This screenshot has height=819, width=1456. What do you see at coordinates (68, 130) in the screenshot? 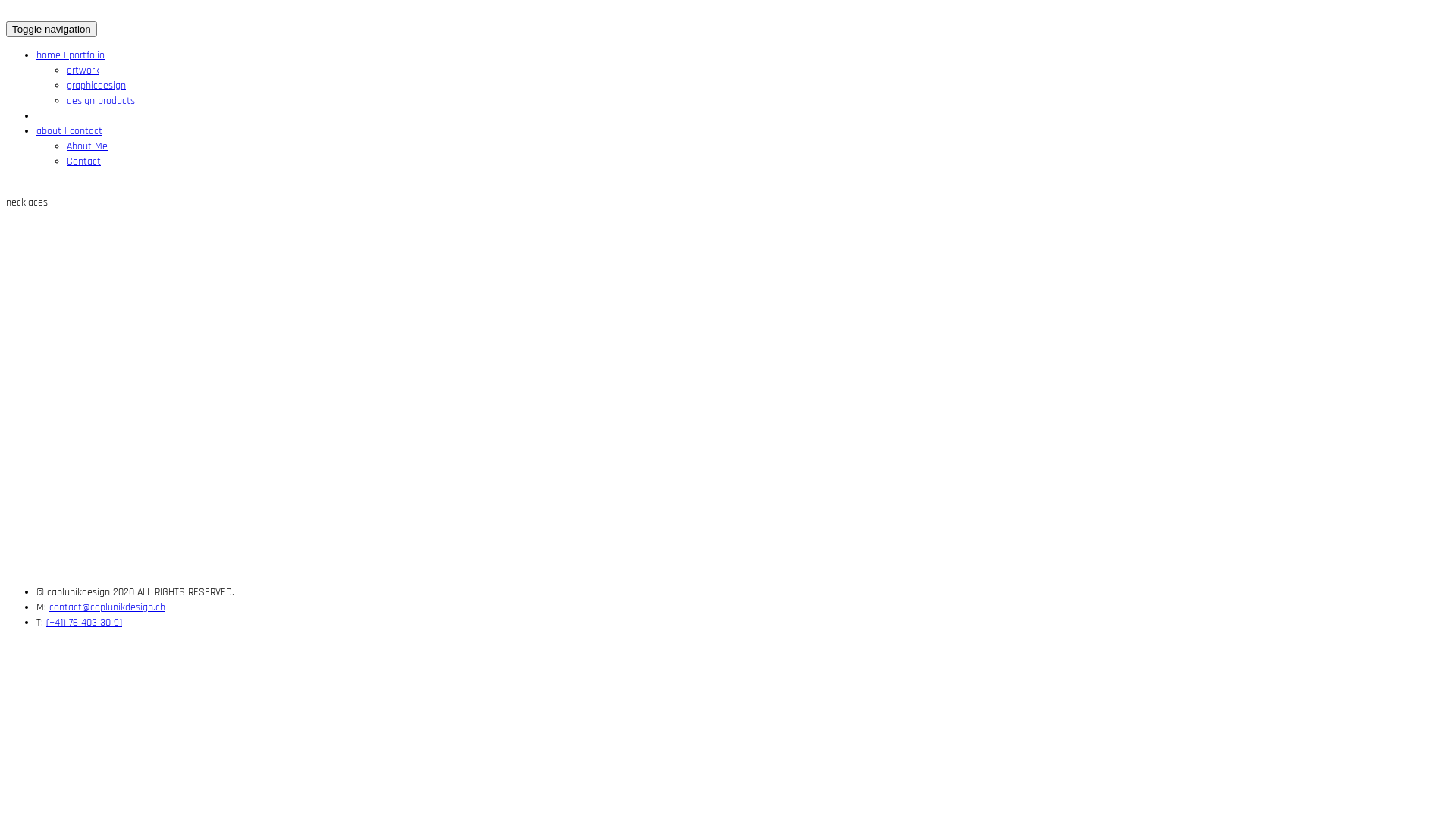
I see `'about | contact'` at bounding box center [68, 130].